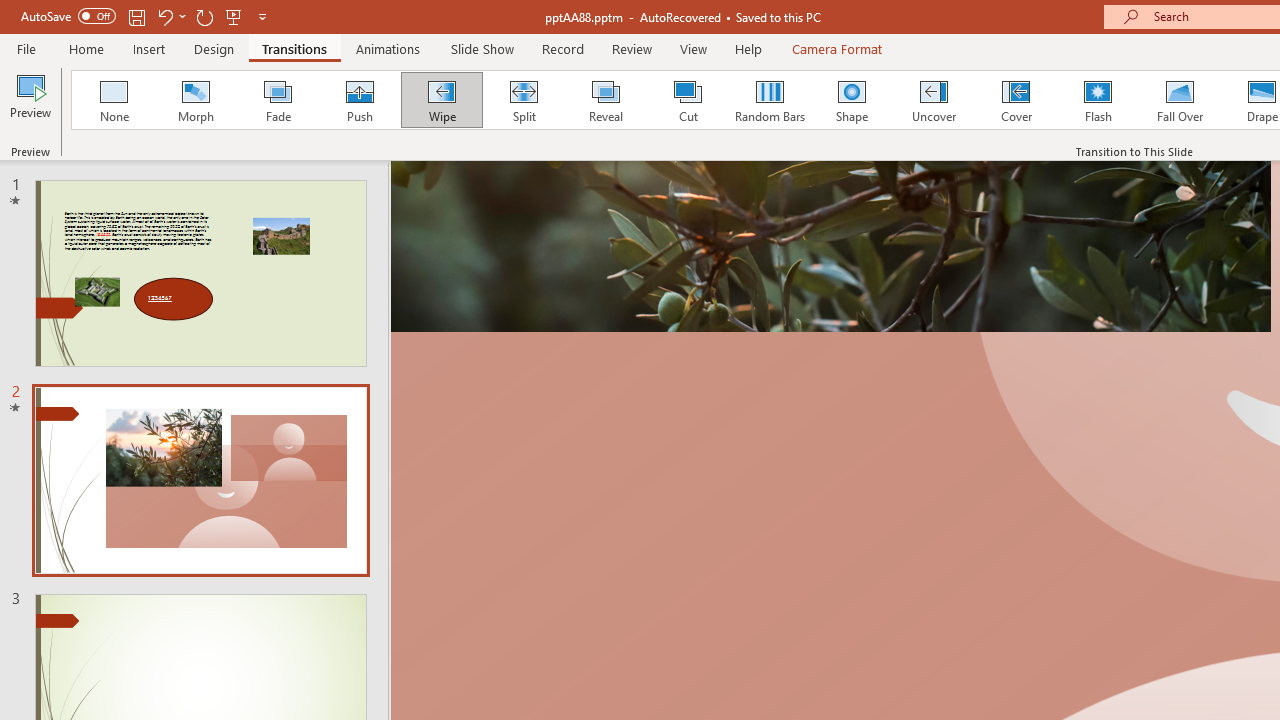  What do you see at coordinates (294, 48) in the screenshot?
I see `'Transitions'` at bounding box center [294, 48].